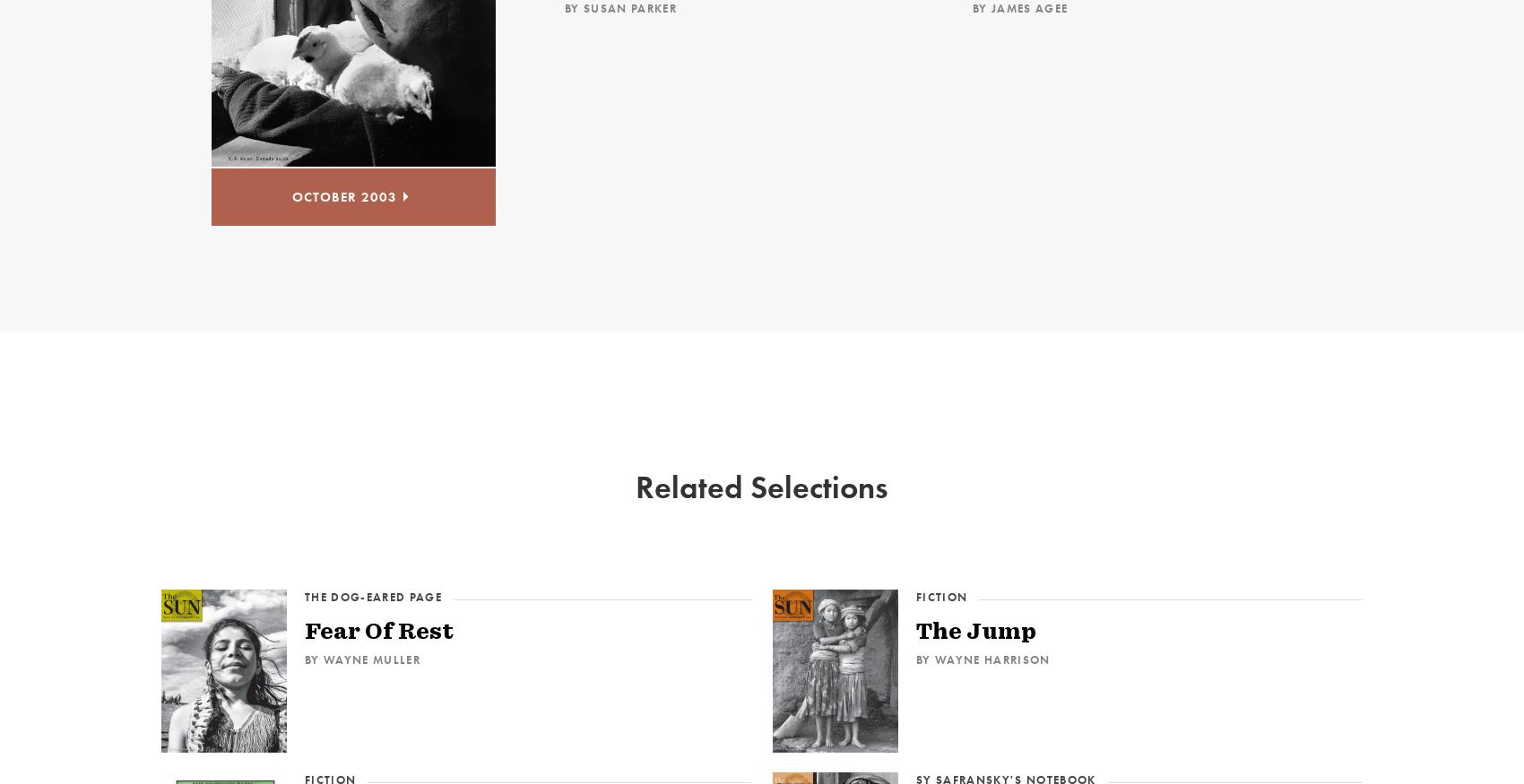  Describe the element at coordinates (976, 629) in the screenshot. I see `'The Jump'` at that location.